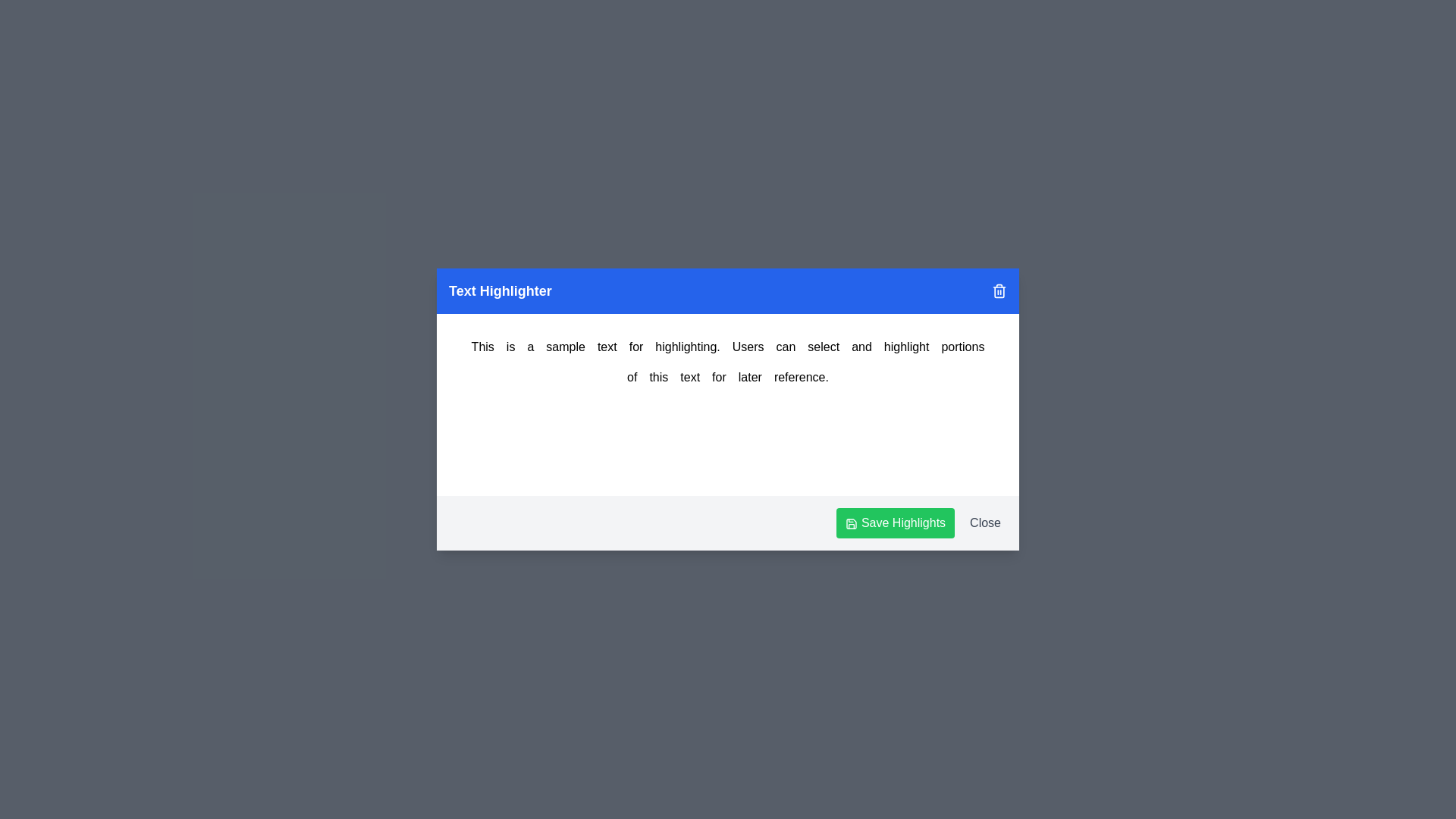  What do you see at coordinates (861, 347) in the screenshot?
I see `the word 'and' by clicking on it` at bounding box center [861, 347].